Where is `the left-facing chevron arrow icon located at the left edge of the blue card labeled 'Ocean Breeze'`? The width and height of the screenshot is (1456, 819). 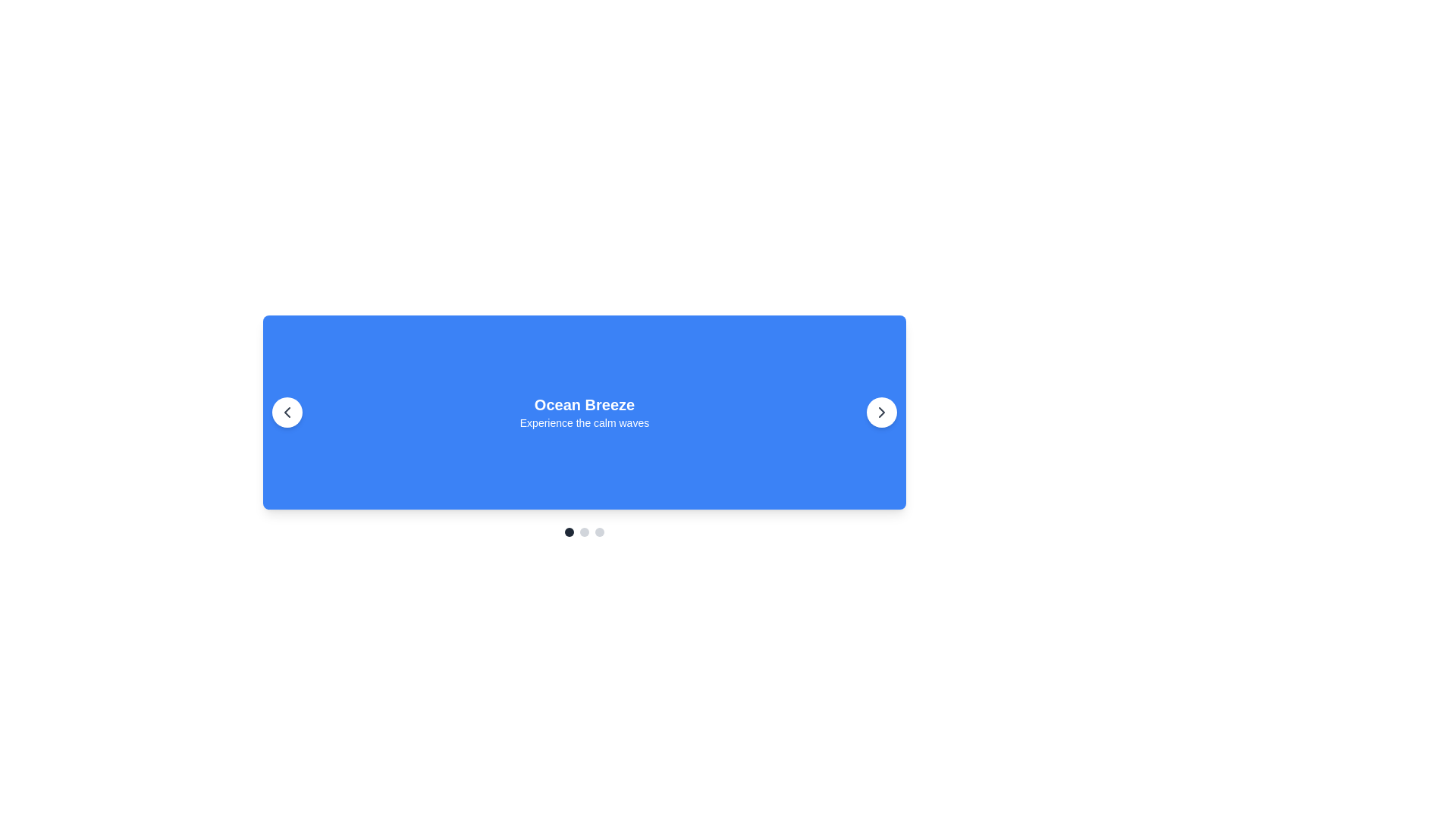
the left-facing chevron arrow icon located at the left edge of the blue card labeled 'Ocean Breeze' is located at coordinates (287, 412).